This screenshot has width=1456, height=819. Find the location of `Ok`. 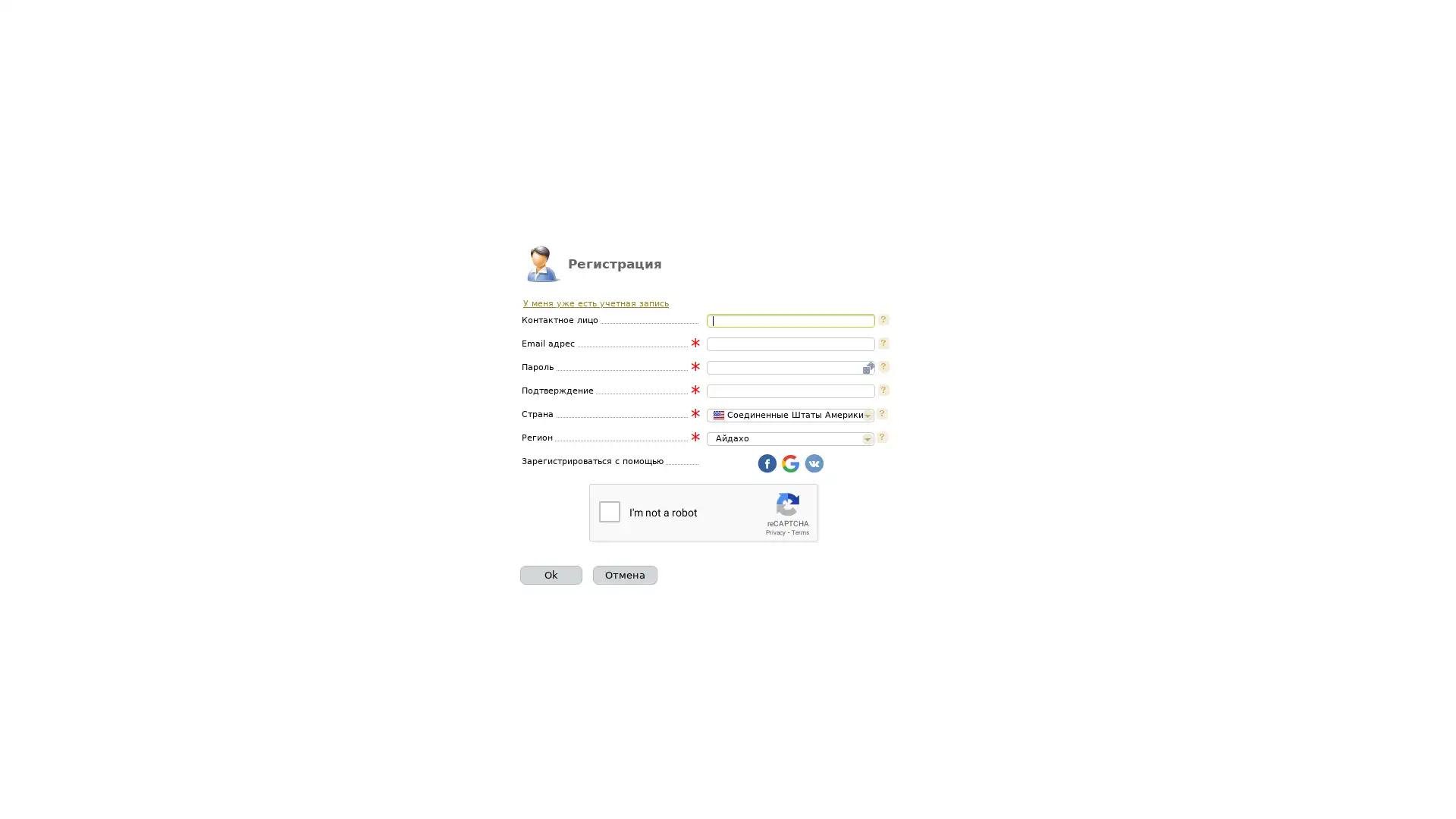

Ok is located at coordinates (550, 575).